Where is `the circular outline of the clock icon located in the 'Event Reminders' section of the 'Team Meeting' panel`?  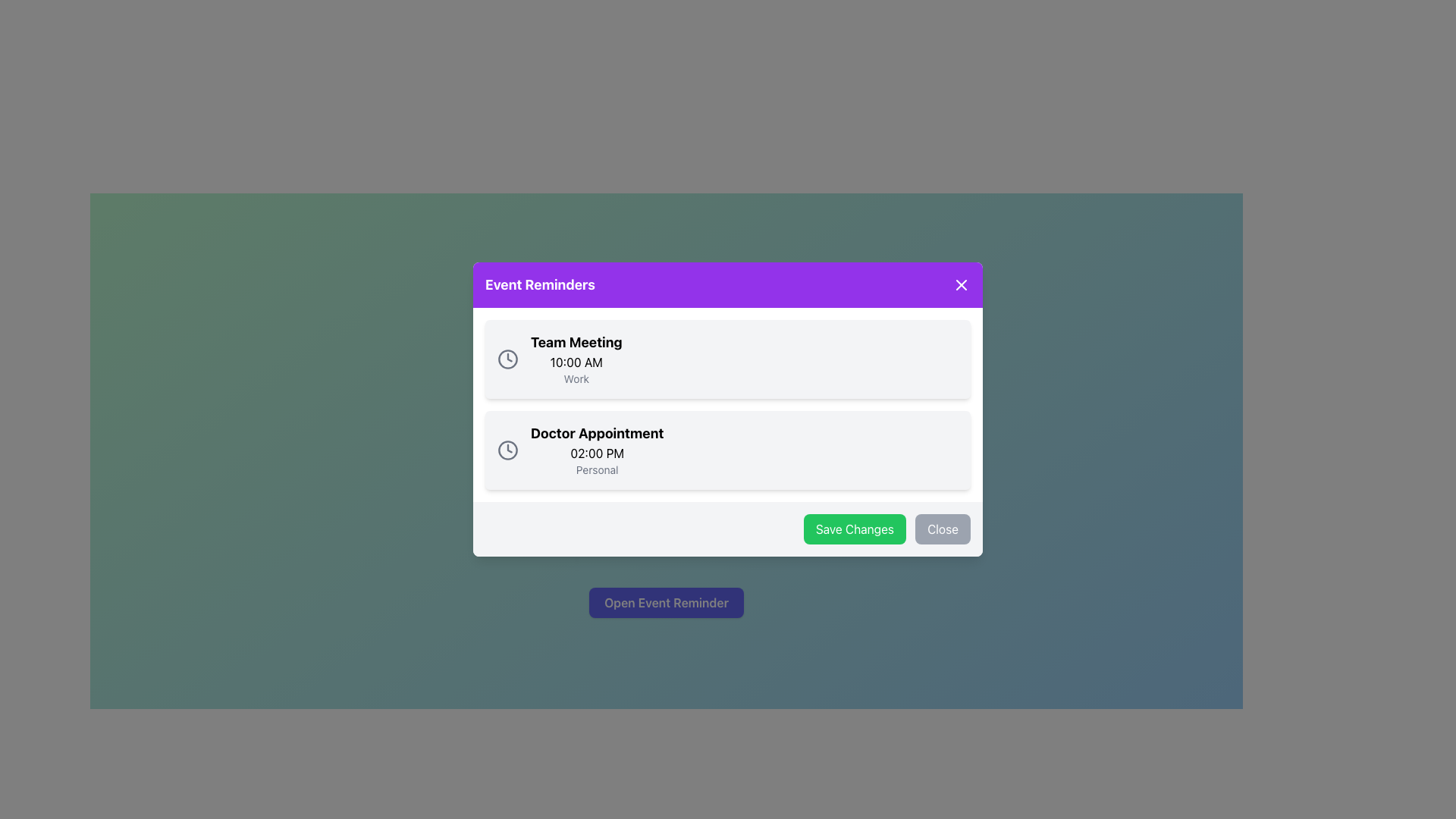 the circular outline of the clock icon located in the 'Event Reminders' section of the 'Team Meeting' panel is located at coordinates (508, 450).